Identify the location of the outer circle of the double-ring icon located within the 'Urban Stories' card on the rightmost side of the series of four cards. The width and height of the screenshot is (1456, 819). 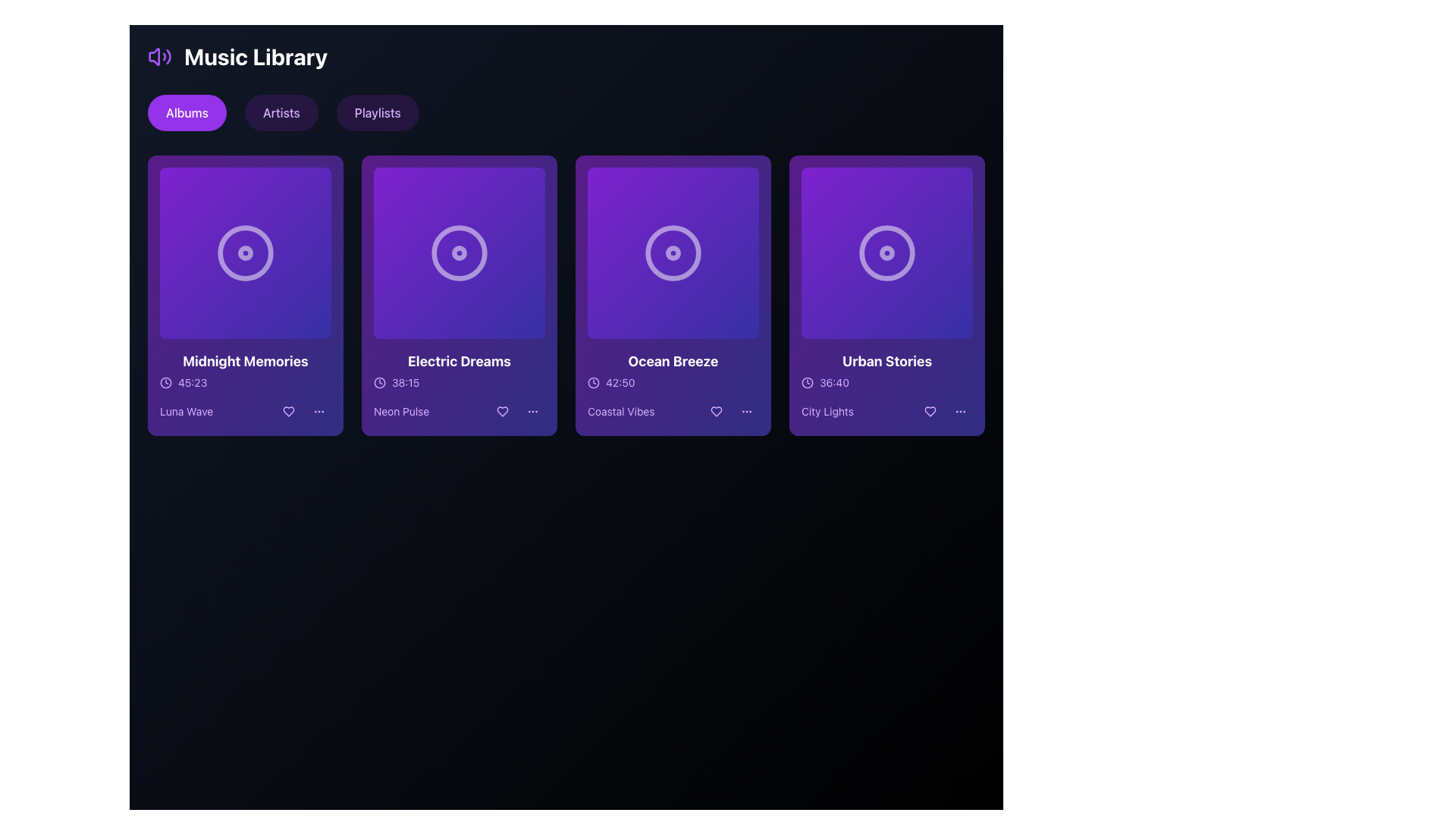
(887, 253).